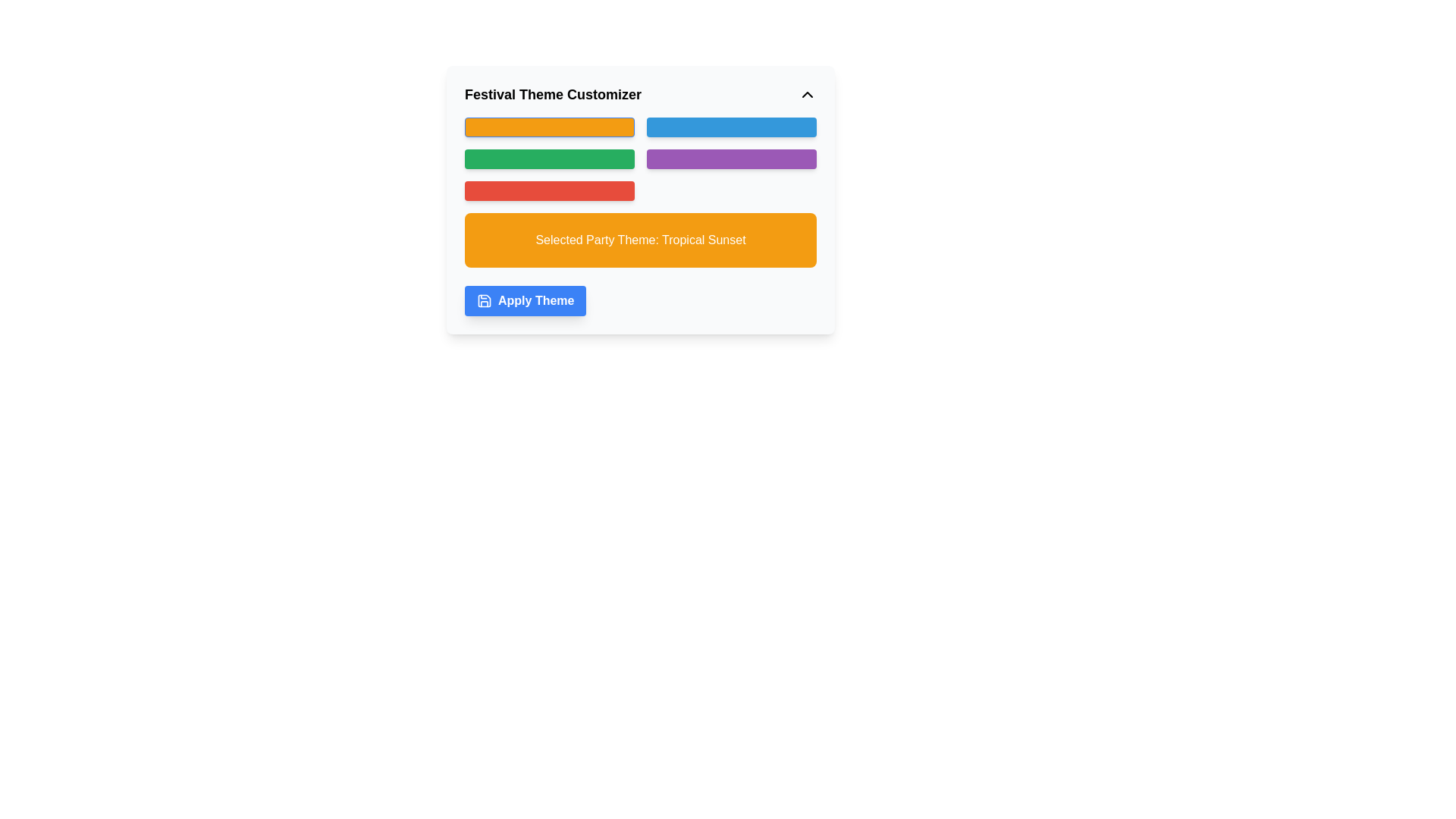 The width and height of the screenshot is (1456, 819). Describe the element at coordinates (640, 239) in the screenshot. I see `the Text Display Box that has a vibrant orange background and contains the text 'Selected Party Theme: Tropical Sunset', positioned within the 'Festival Theme Customizer' panel` at that location.